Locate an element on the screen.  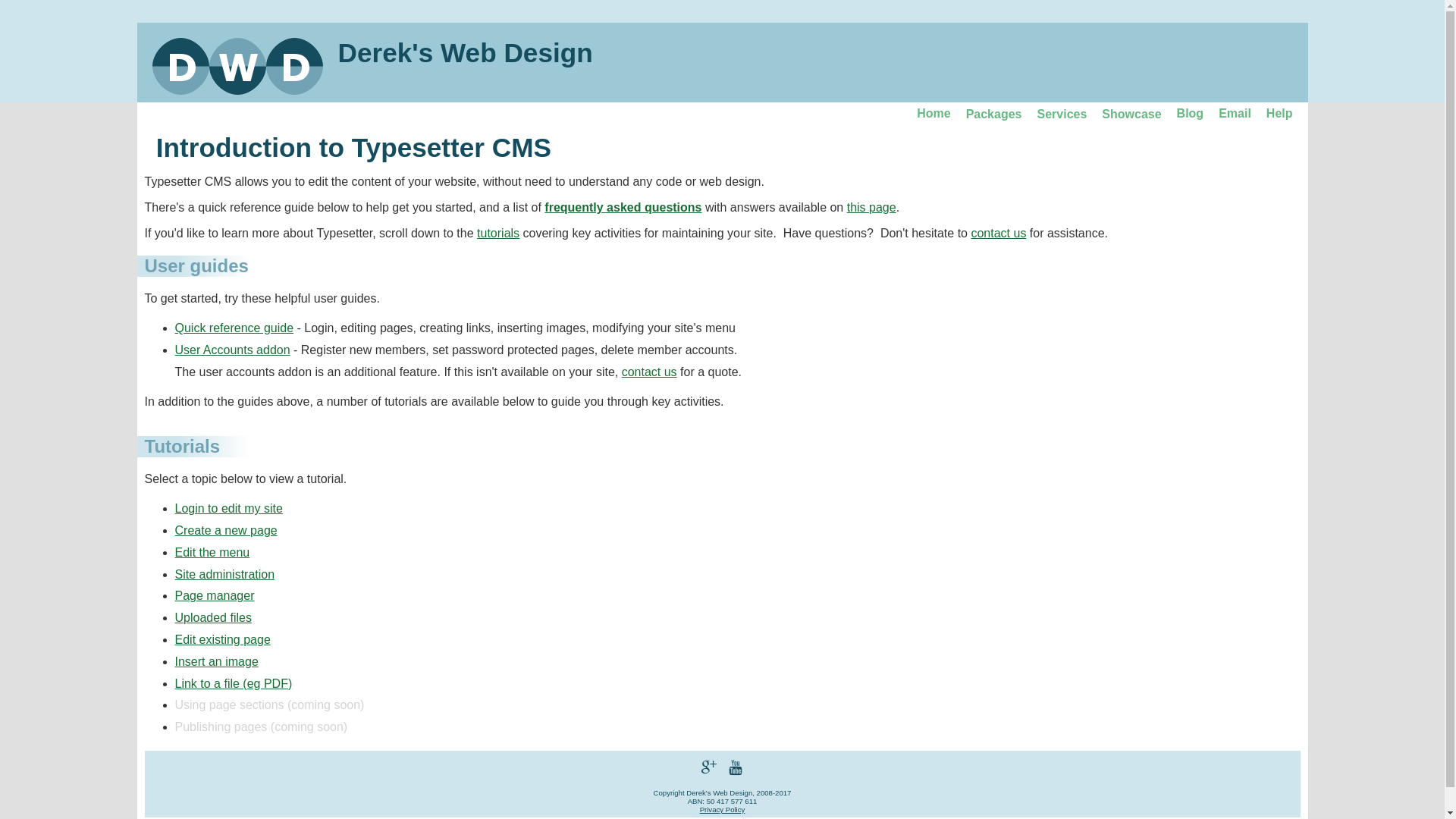
'Page manager' is located at coordinates (213, 595).